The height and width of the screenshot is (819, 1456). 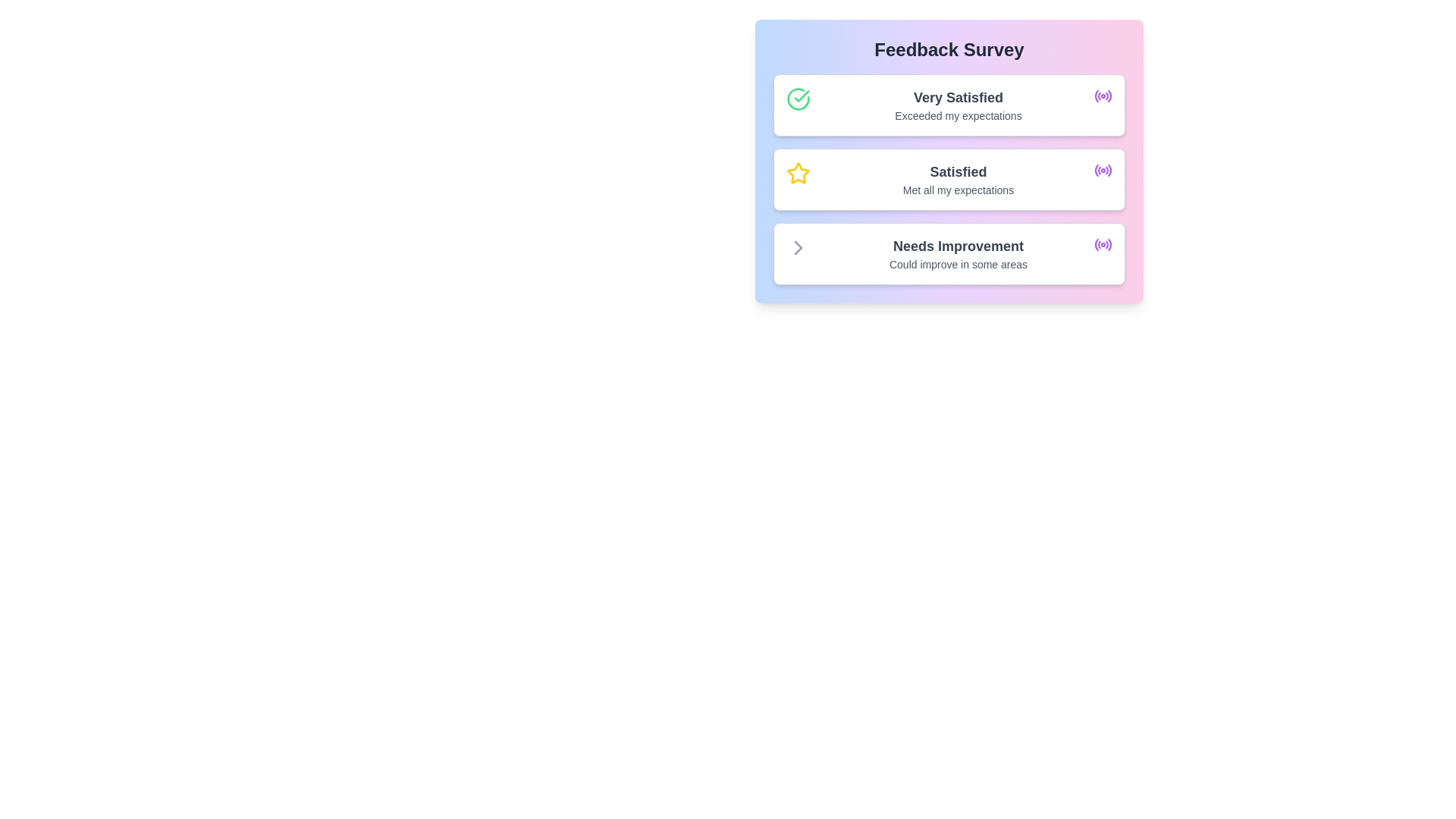 What do you see at coordinates (957, 104) in the screenshot?
I see `the static text component that reads 'Very Satisfied' and 'Exceeded my expectations' within the feedback selection interface, which is styled with a bold dark gray font and a white background` at bounding box center [957, 104].